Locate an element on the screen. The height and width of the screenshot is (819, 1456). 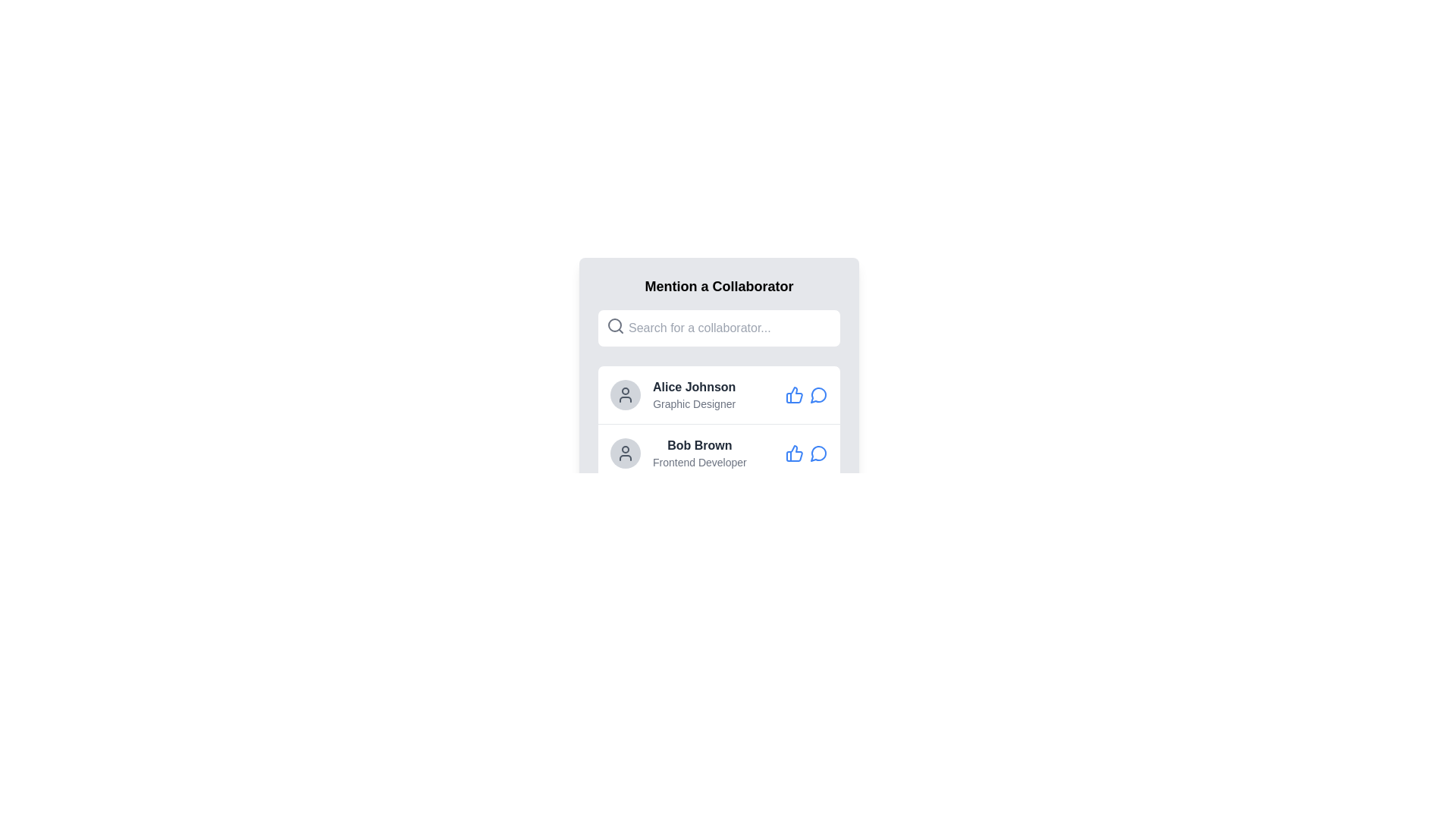
the text label representing the name of a collaborator is located at coordinates (693, 386).